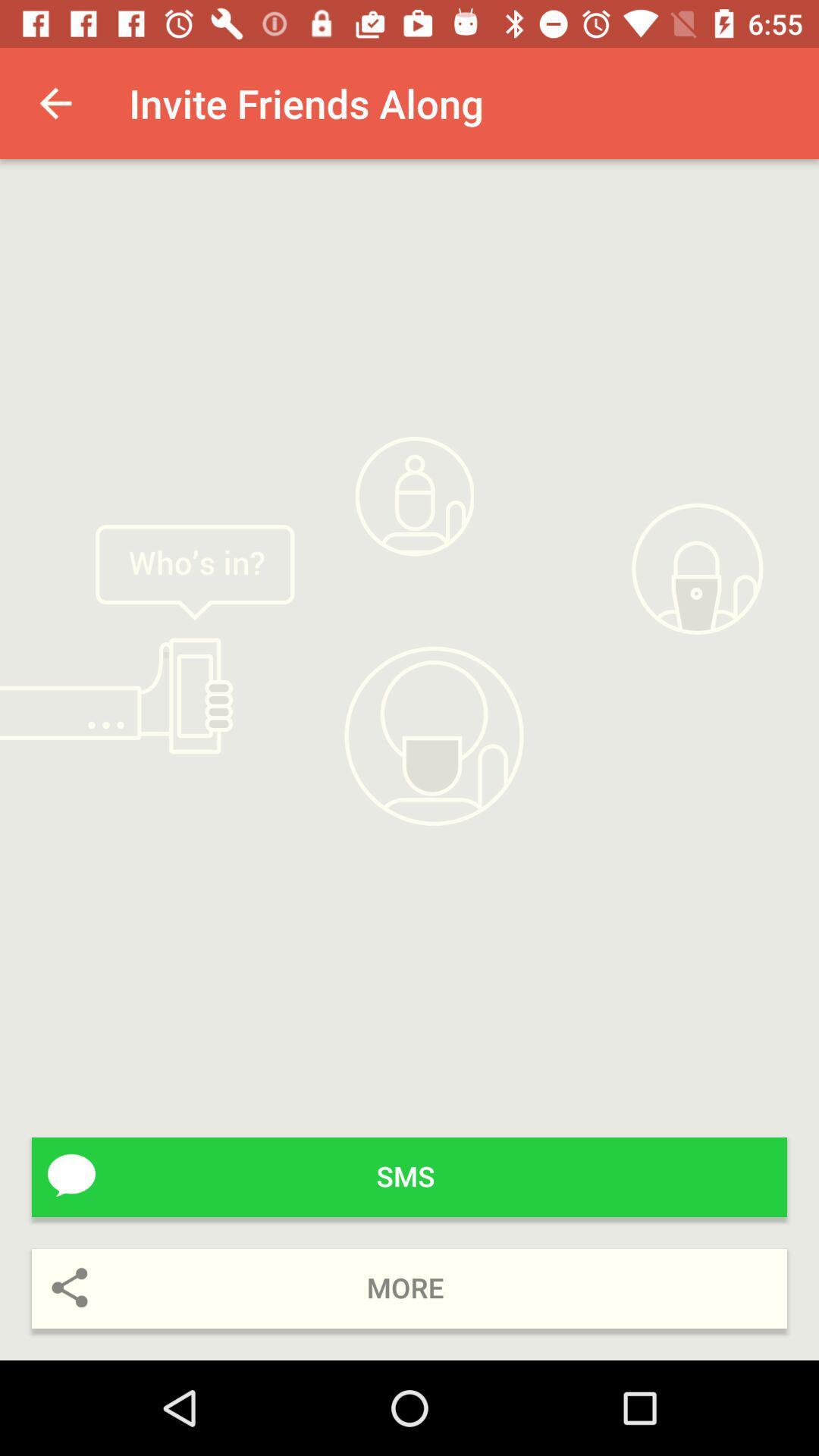 The height and width of the screenshot is (1456, 819). I want to click on the app next to  invite friends along, so click(55, 102).